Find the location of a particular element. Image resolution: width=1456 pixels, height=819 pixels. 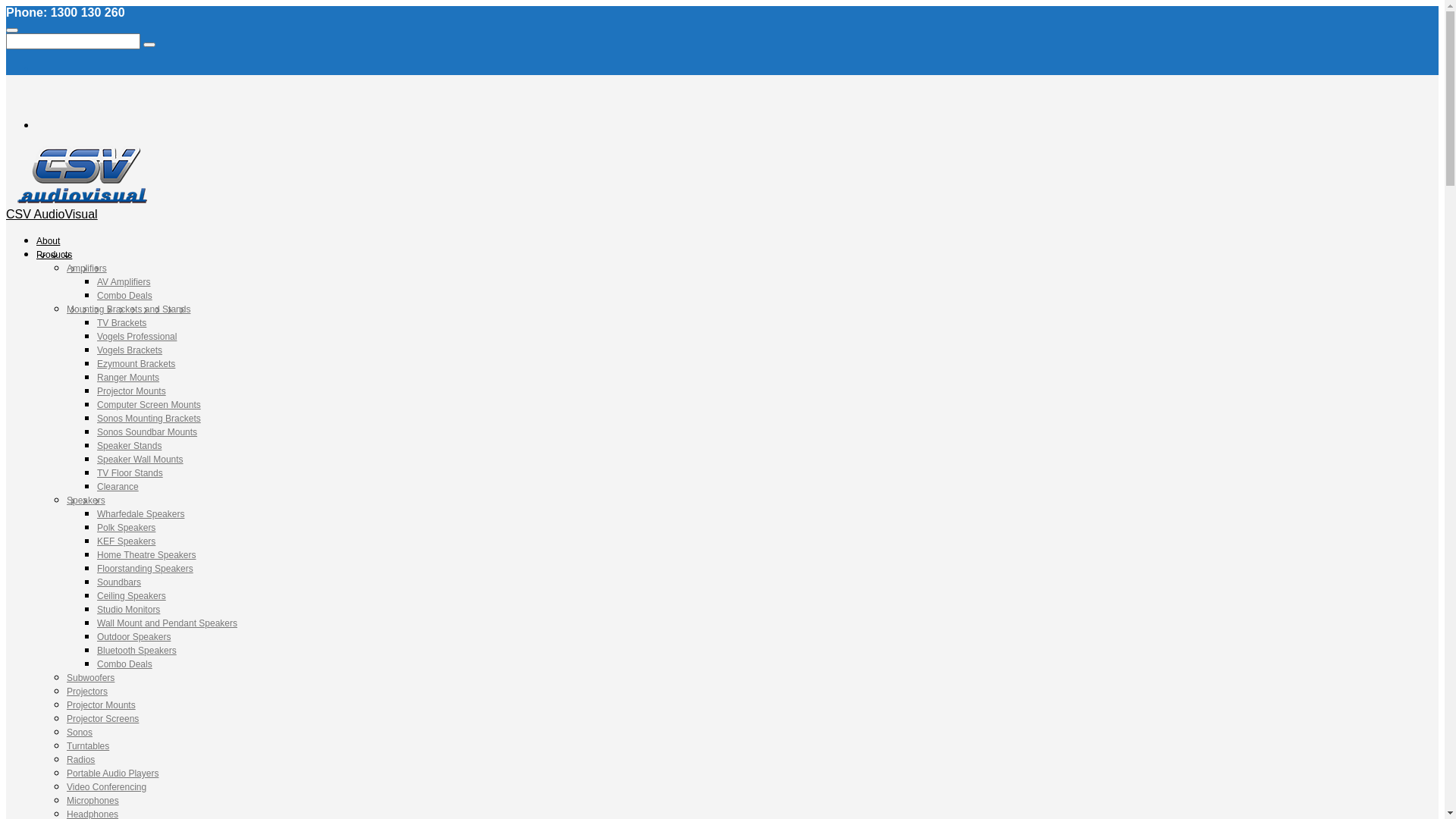

'Projector Screens' is located at coordinates (65, 718).